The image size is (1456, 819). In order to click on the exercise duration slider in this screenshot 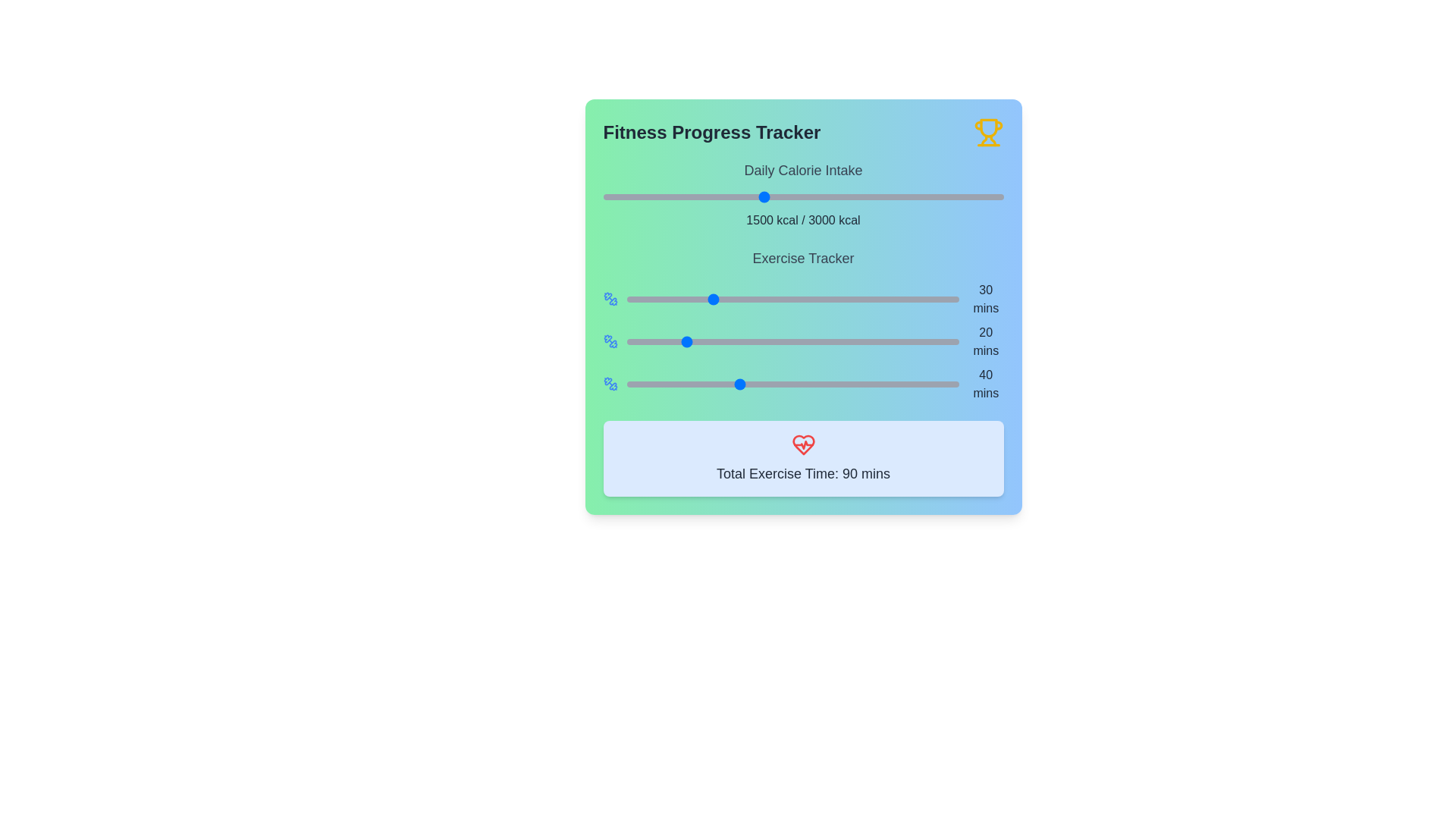, I will do `click(777, 342)`.